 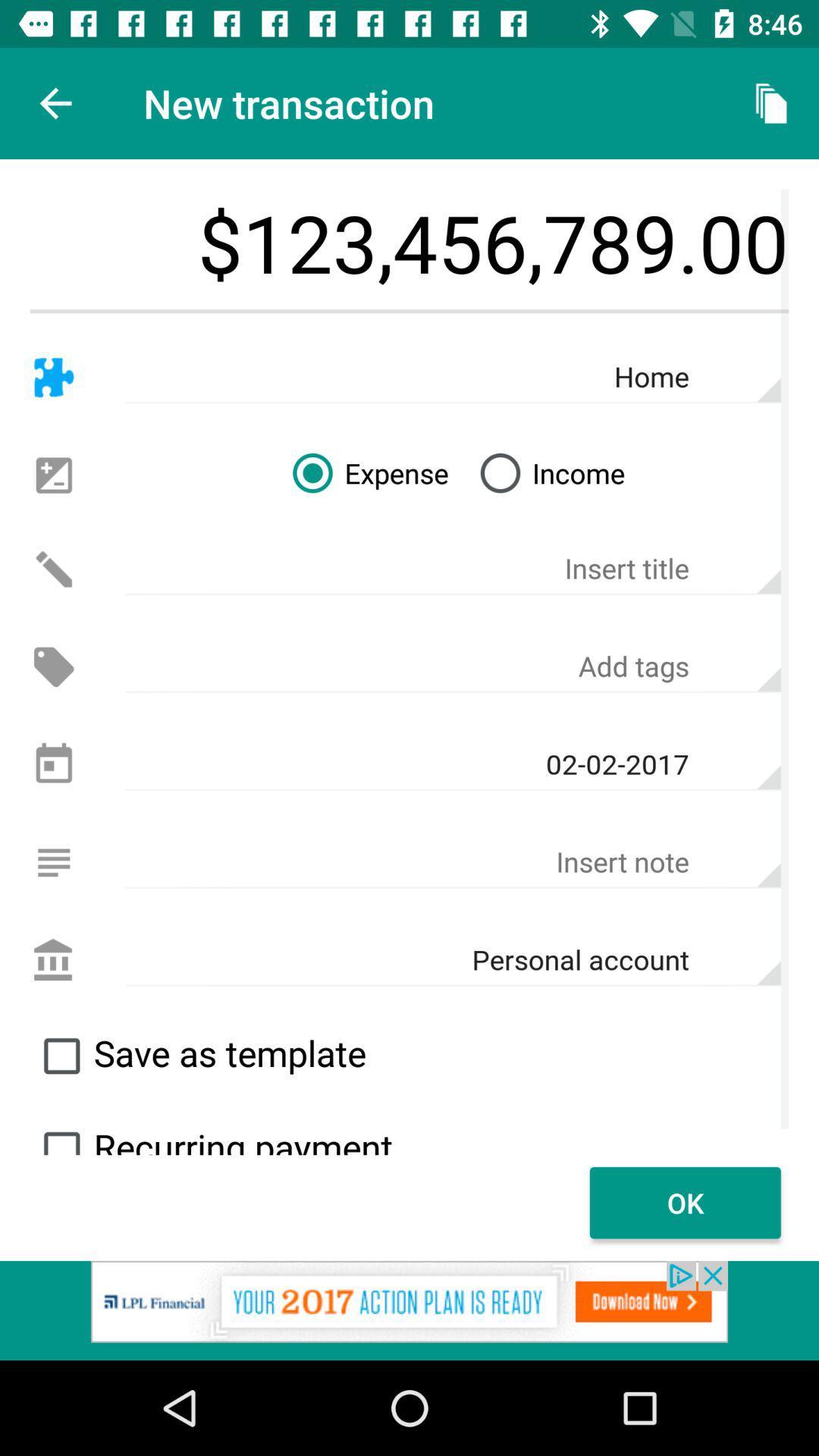 What do you see at coordinates (452, 862) in the screenshot?
I see `the insert note` at bounding box center [452, 862].